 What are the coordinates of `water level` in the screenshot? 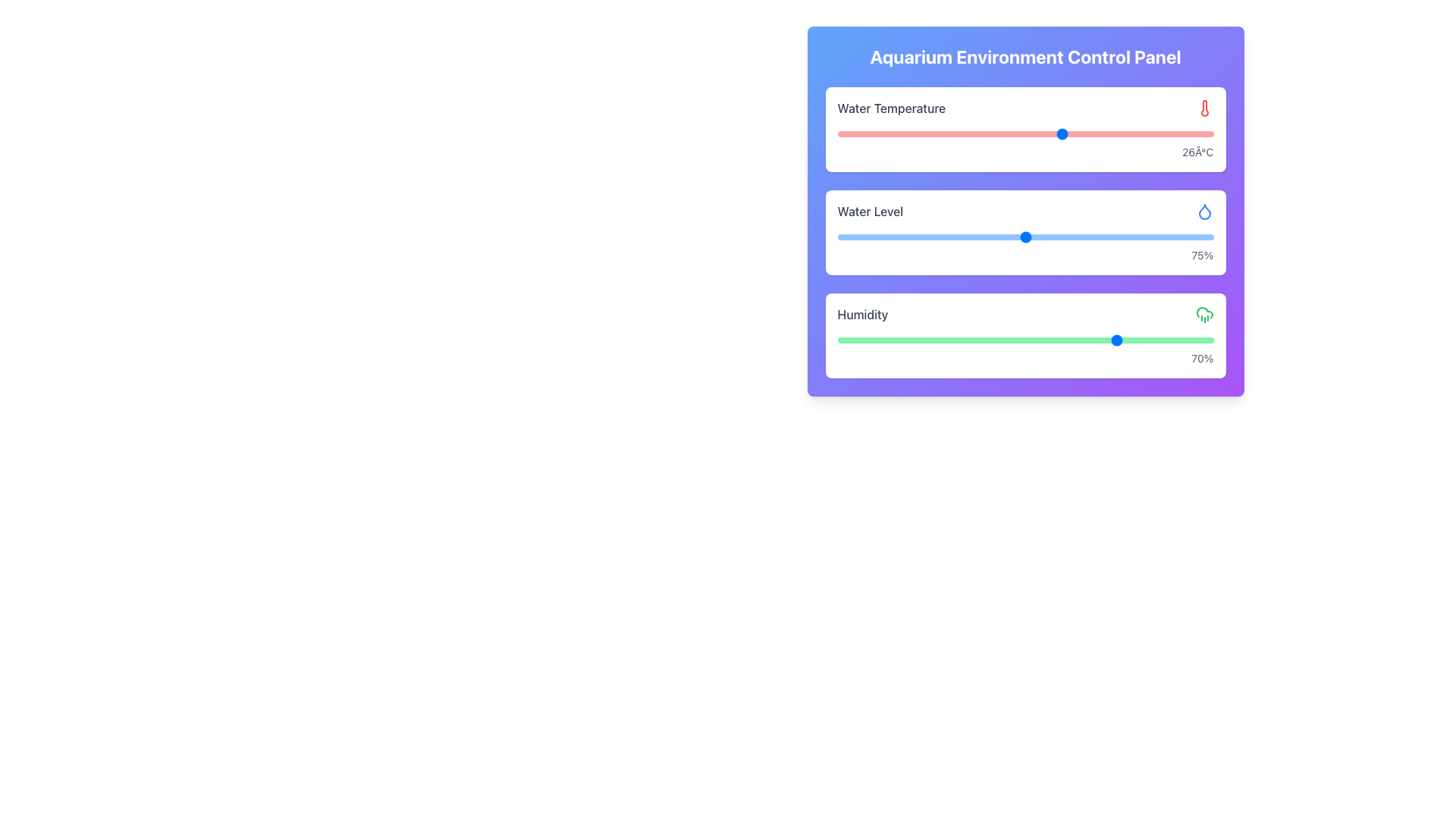 It's located at (1175, 237).